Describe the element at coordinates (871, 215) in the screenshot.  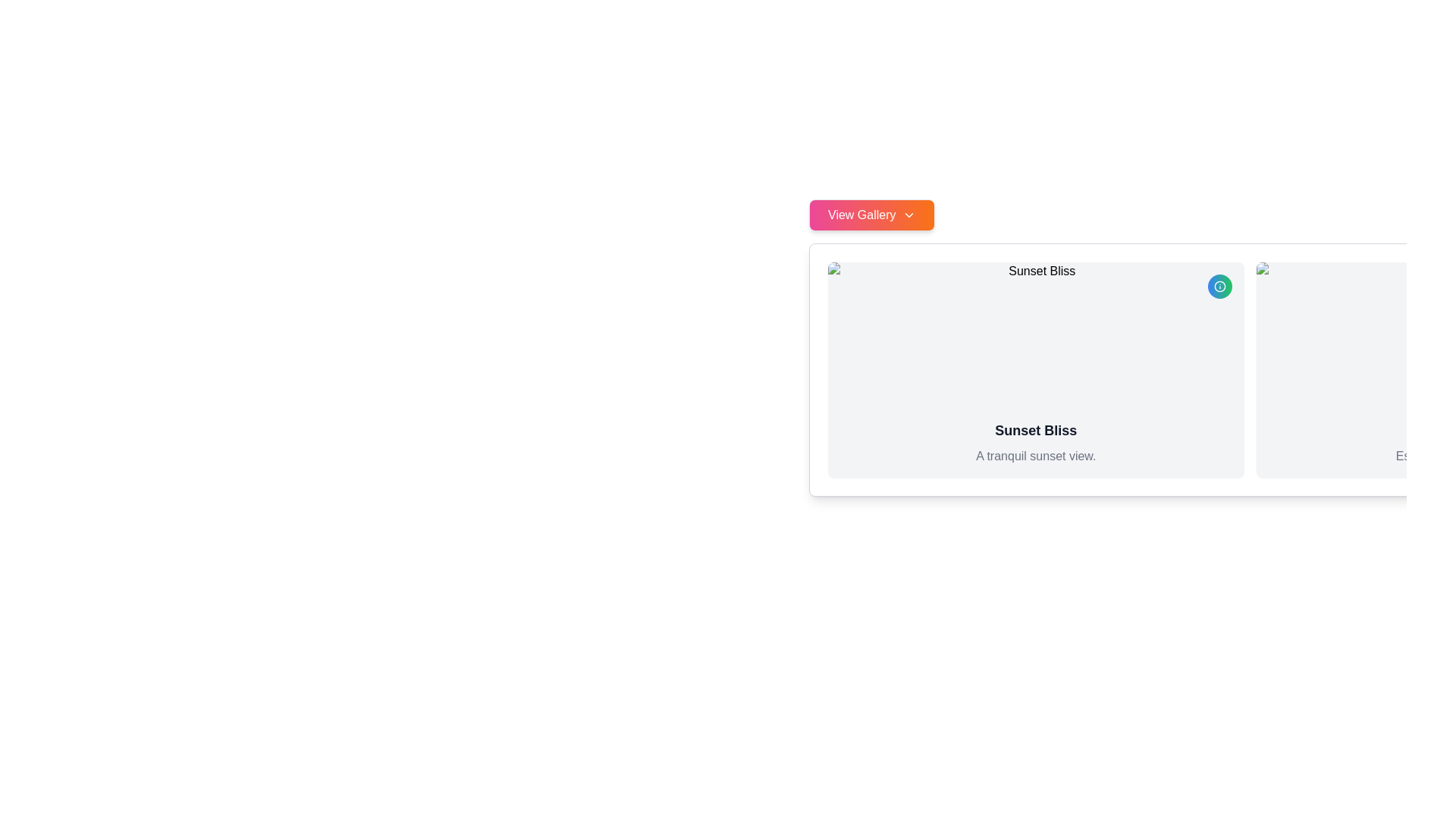
I see `the 'View Gallery' button, which is a rectangular button with a gradient background from pink to orange and features a downward-facing arrow icon` at that location.